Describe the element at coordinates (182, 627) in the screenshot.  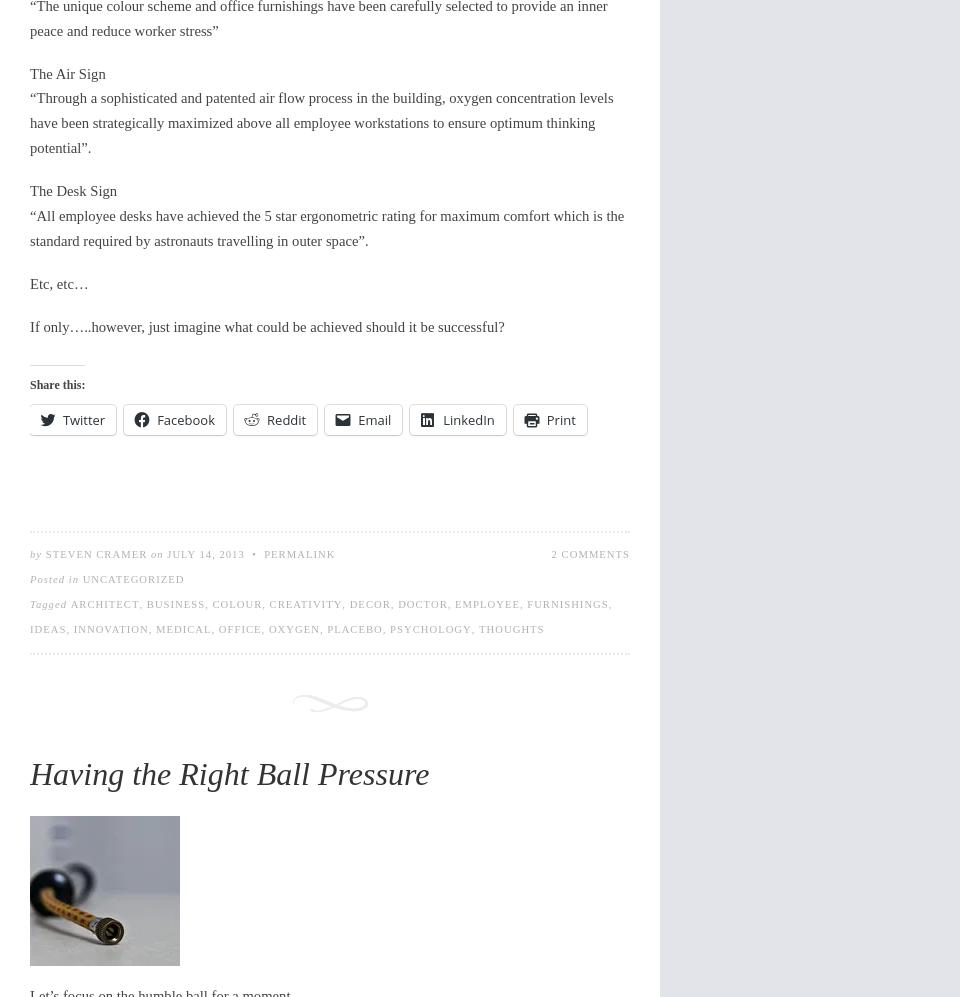
I see `'medical'` at that location.